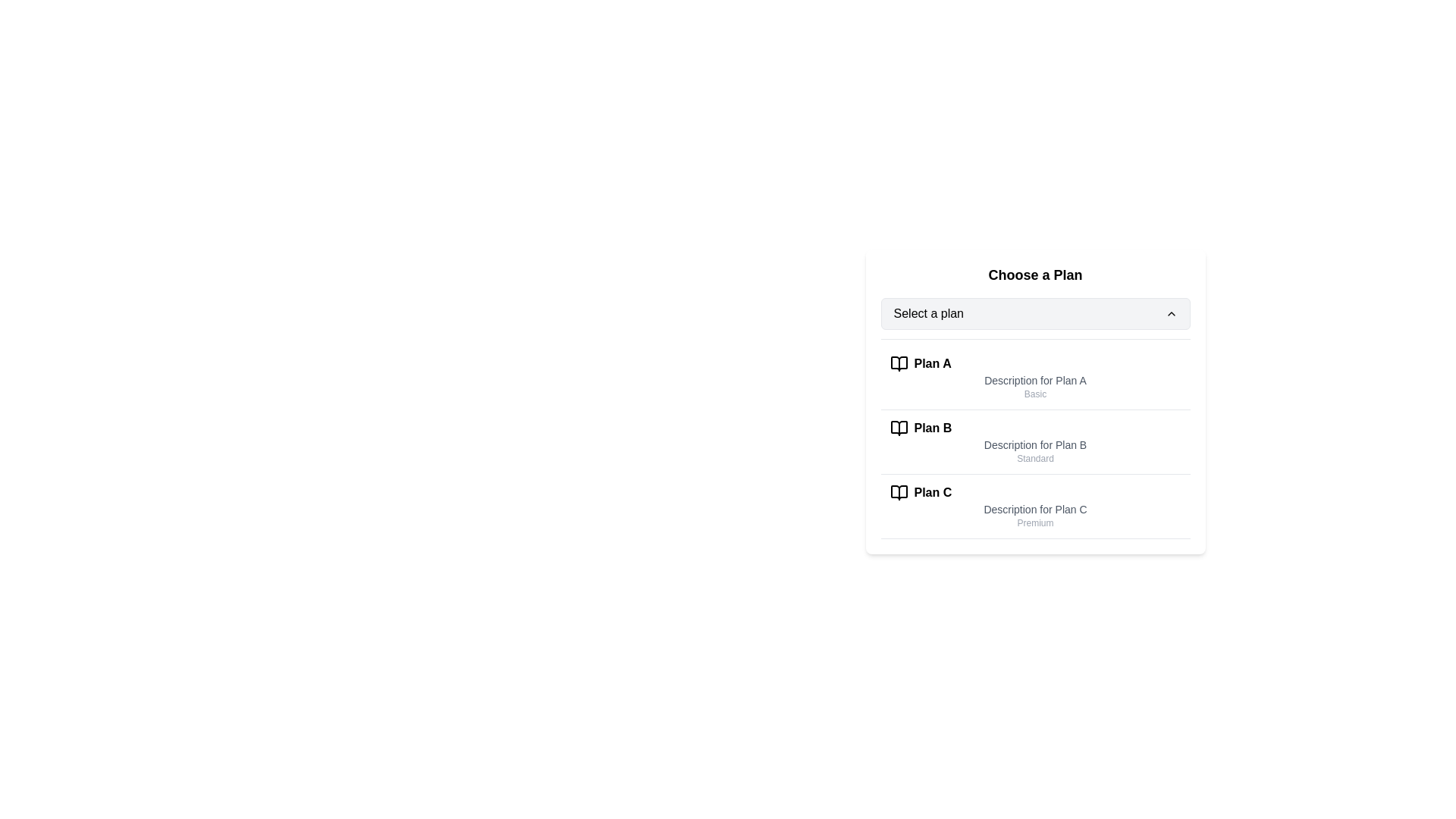  What do you see at coordinates (899, 493) in the screenshot?
I see `the decorative icon representing 'Plan C', which is located in the third row of options and is positioned to the left of the 'Plan C' text` at bounding box center [899, 493].